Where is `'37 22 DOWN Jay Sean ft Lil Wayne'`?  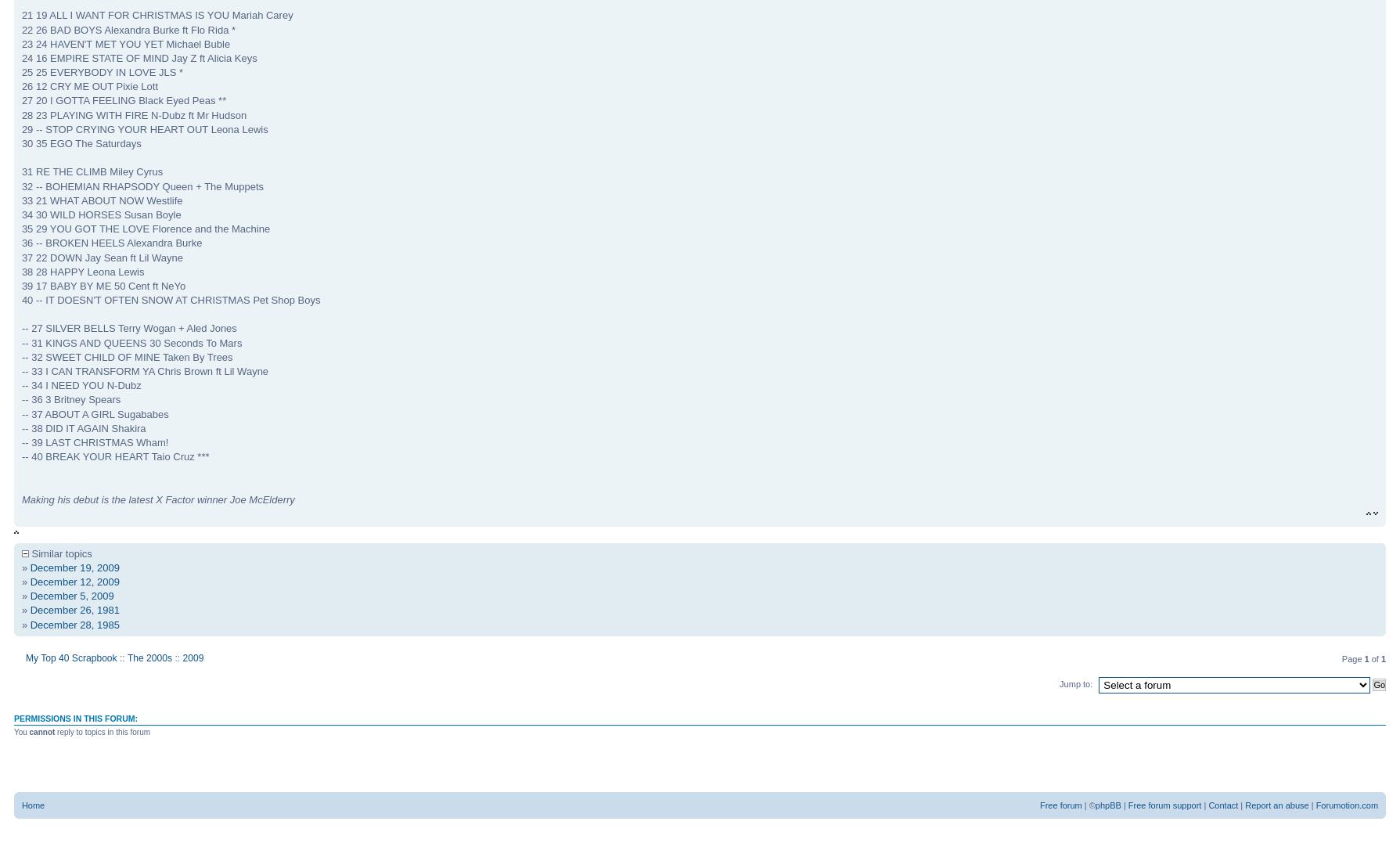 '37 22 DOWN Jay Sean ft Lil Wayne' is located at coordinates (21, 257).